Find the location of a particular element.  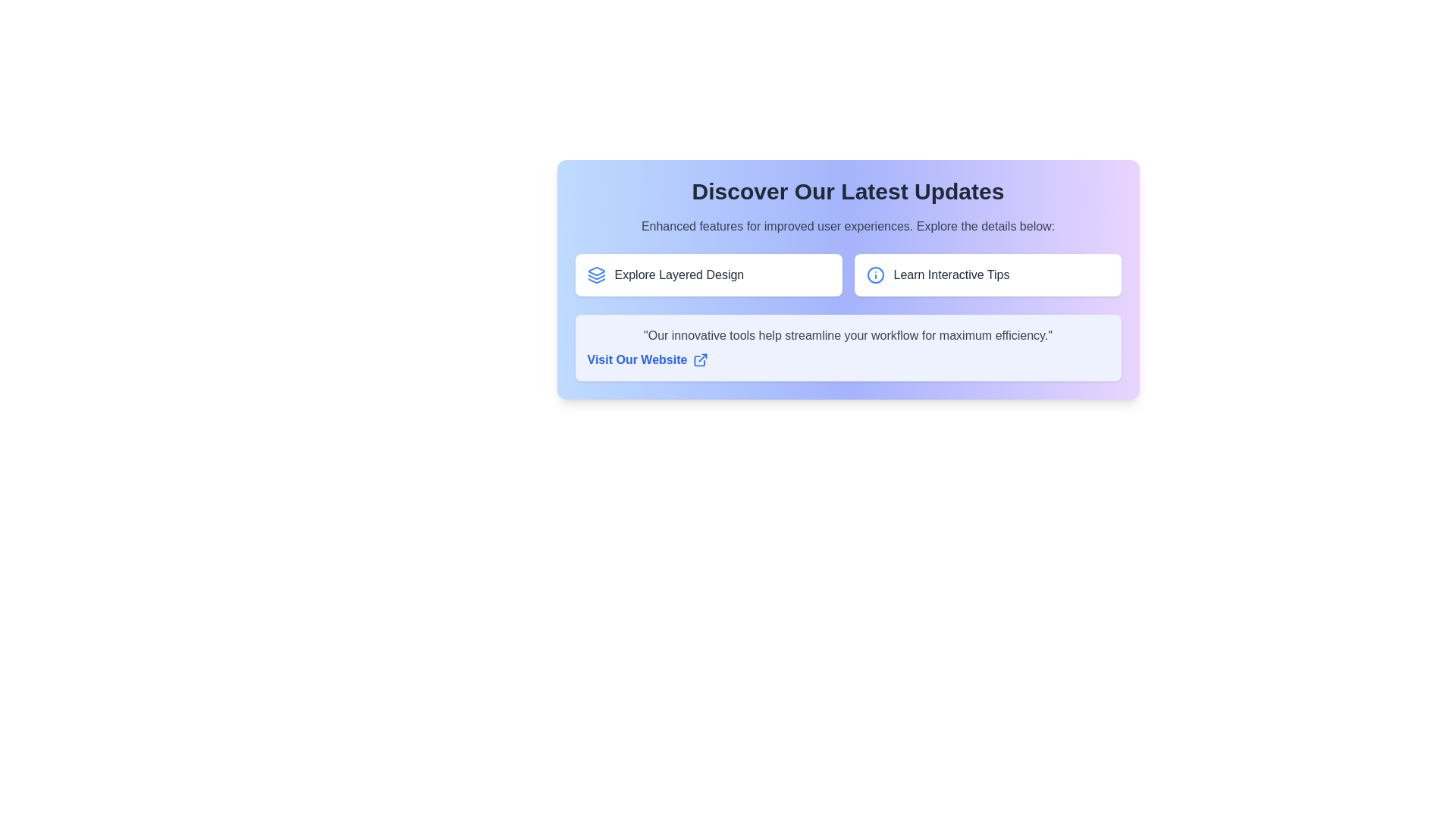

the interactive blue hyperlink text 'Visit Our Website' is located at coordinates (847, 348).